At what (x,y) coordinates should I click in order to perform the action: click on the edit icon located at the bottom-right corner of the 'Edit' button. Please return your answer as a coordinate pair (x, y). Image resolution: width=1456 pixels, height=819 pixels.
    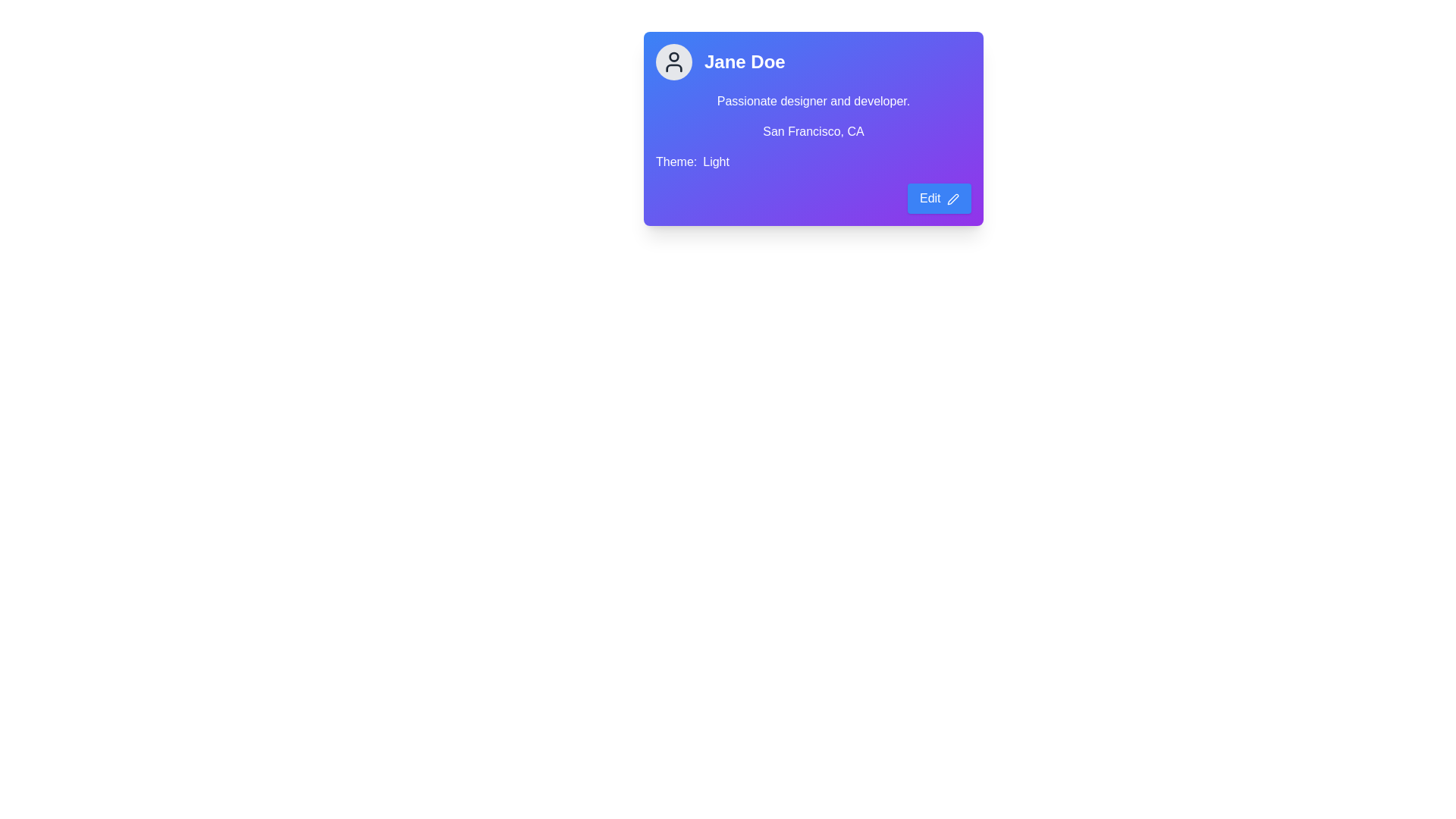
    Looking at the image, I should click on (952, 198).